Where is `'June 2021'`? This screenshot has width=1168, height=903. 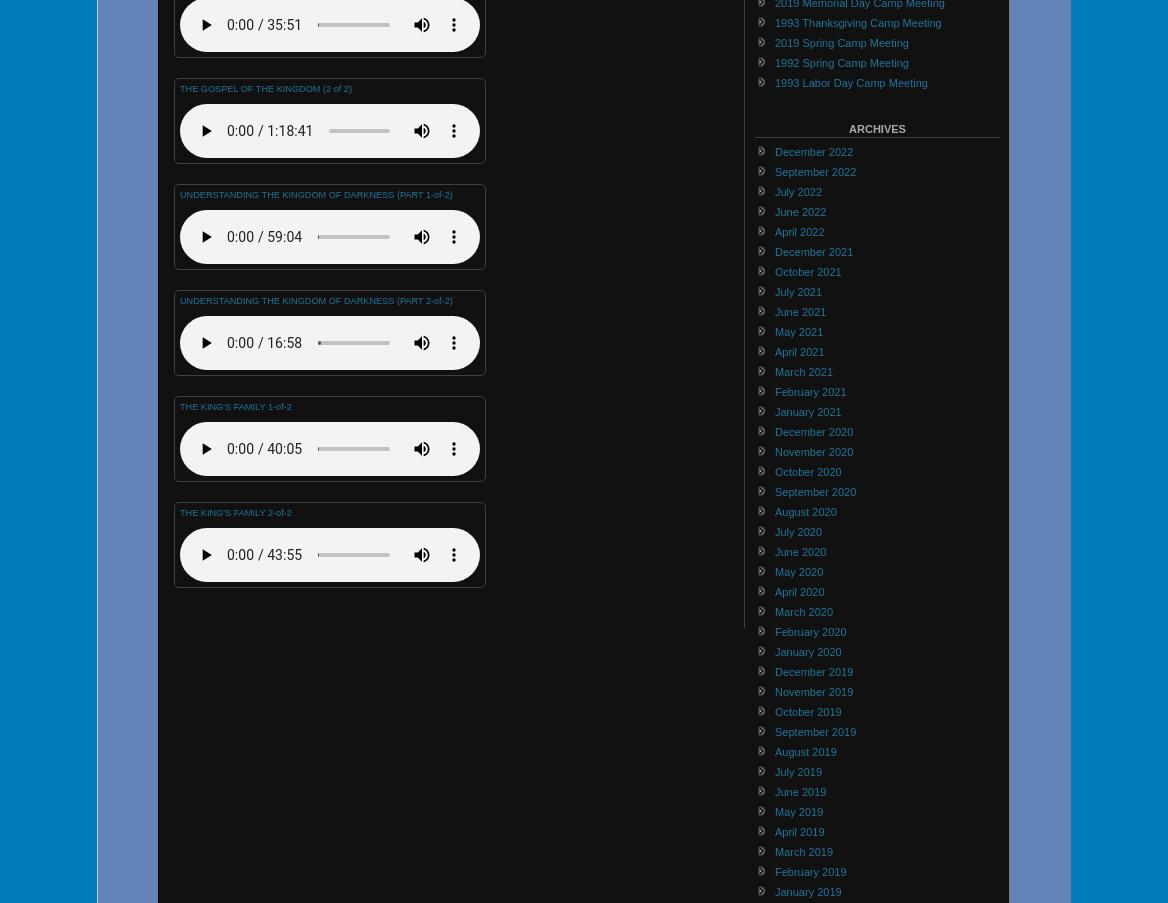
'June 2021' is located at coordinates (800, 309).